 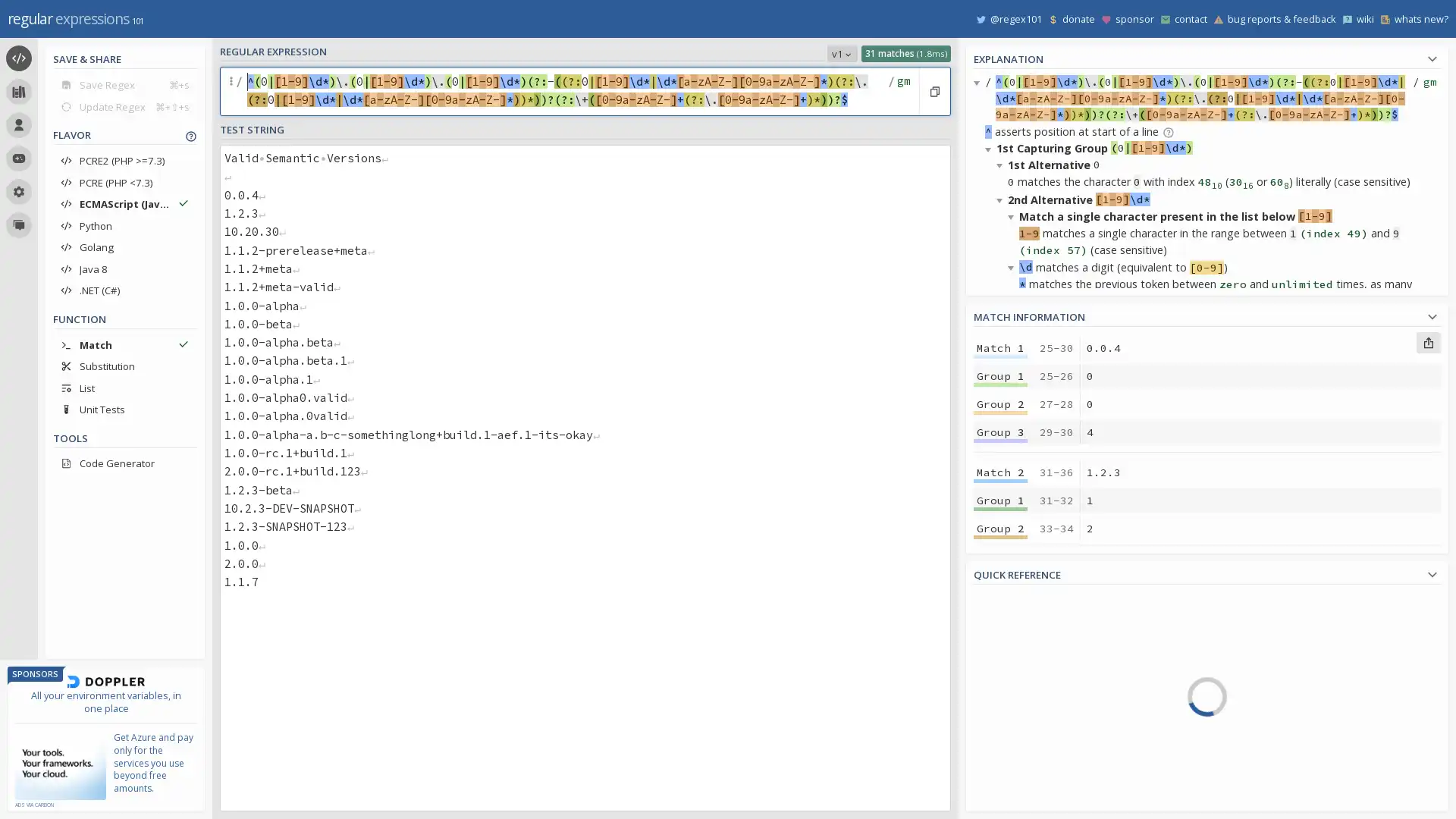 I want to click on Group 1, so click(x=1000, y=375).